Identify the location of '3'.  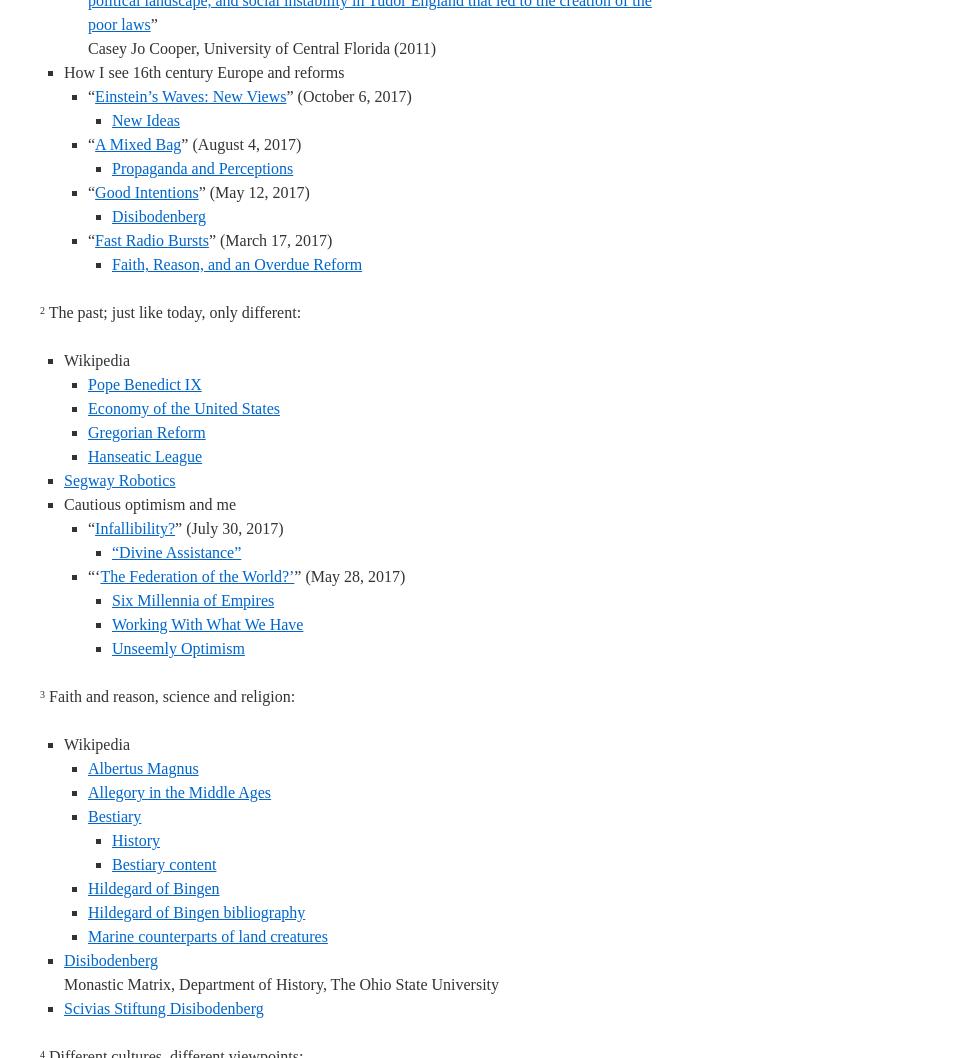
(42, 692).